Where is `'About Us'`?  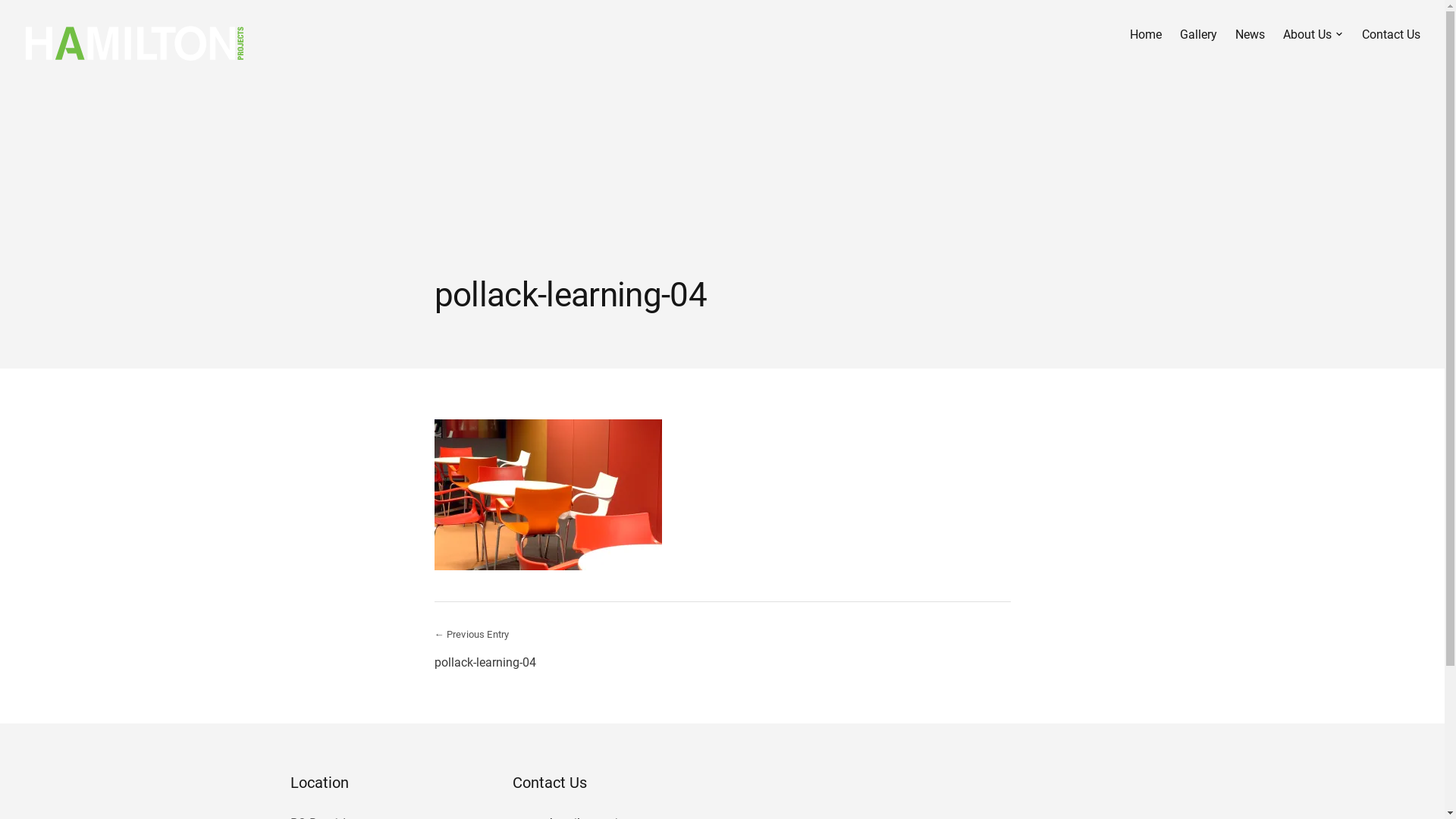
'About Us' is located at coordinates (1313, 34).